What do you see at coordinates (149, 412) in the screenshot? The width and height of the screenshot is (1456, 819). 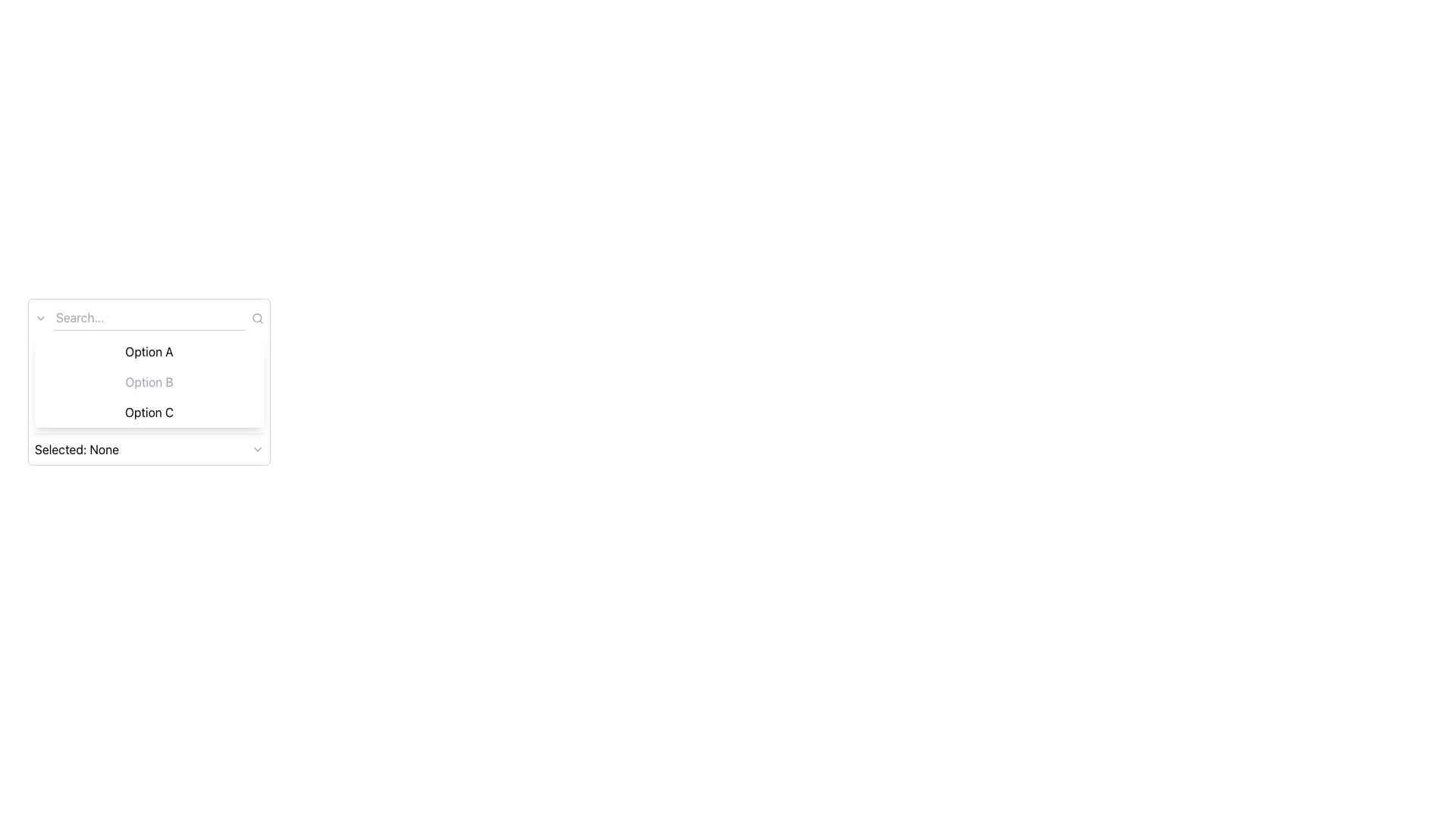 I see `the 'Option C' selectable list item, which is the third item in a dropdown list` at bounding box center [149, 412].